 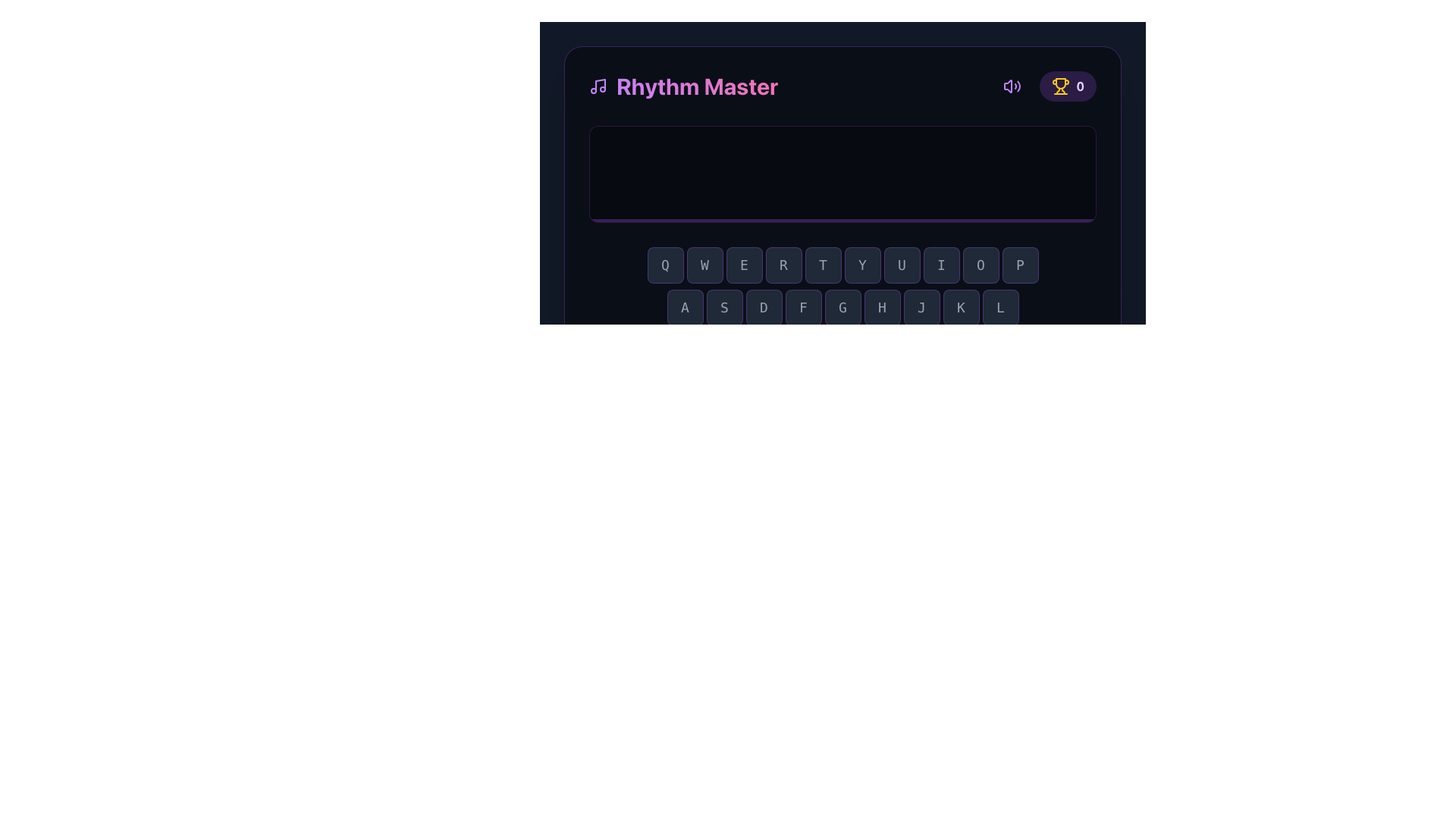 What do you see at coordinates (822, 265) in the screenshot?
I see `the virtual keyboard button for the letter 'T', which is the fifth key in the row beneath the text input box labeled 'Rhythm Master'` at bounding box center [822, 265].